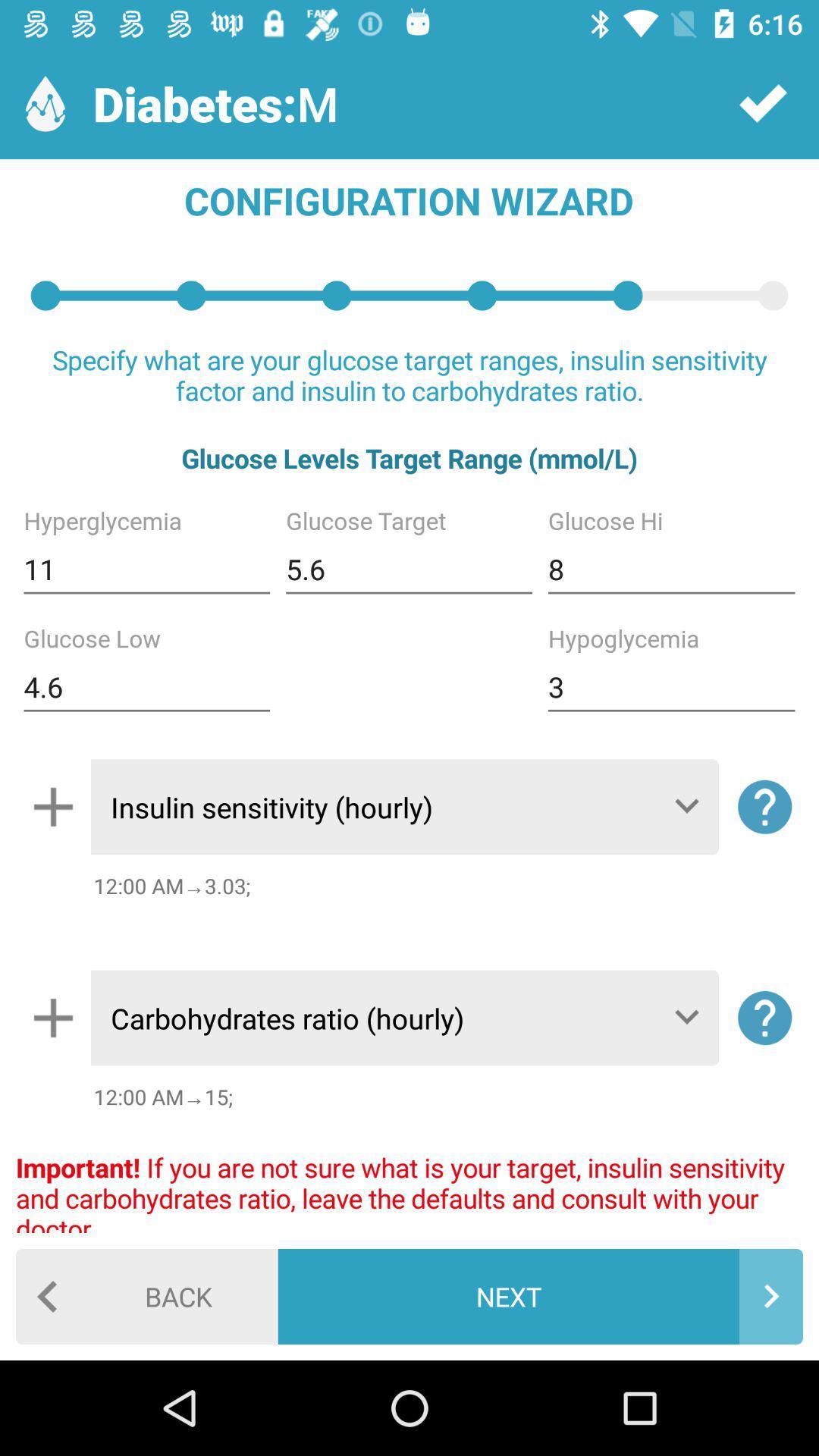  What do you see at coordinates (764, 806) in the screenshot?
I see `the help icon` at bounding box center [764, 806].